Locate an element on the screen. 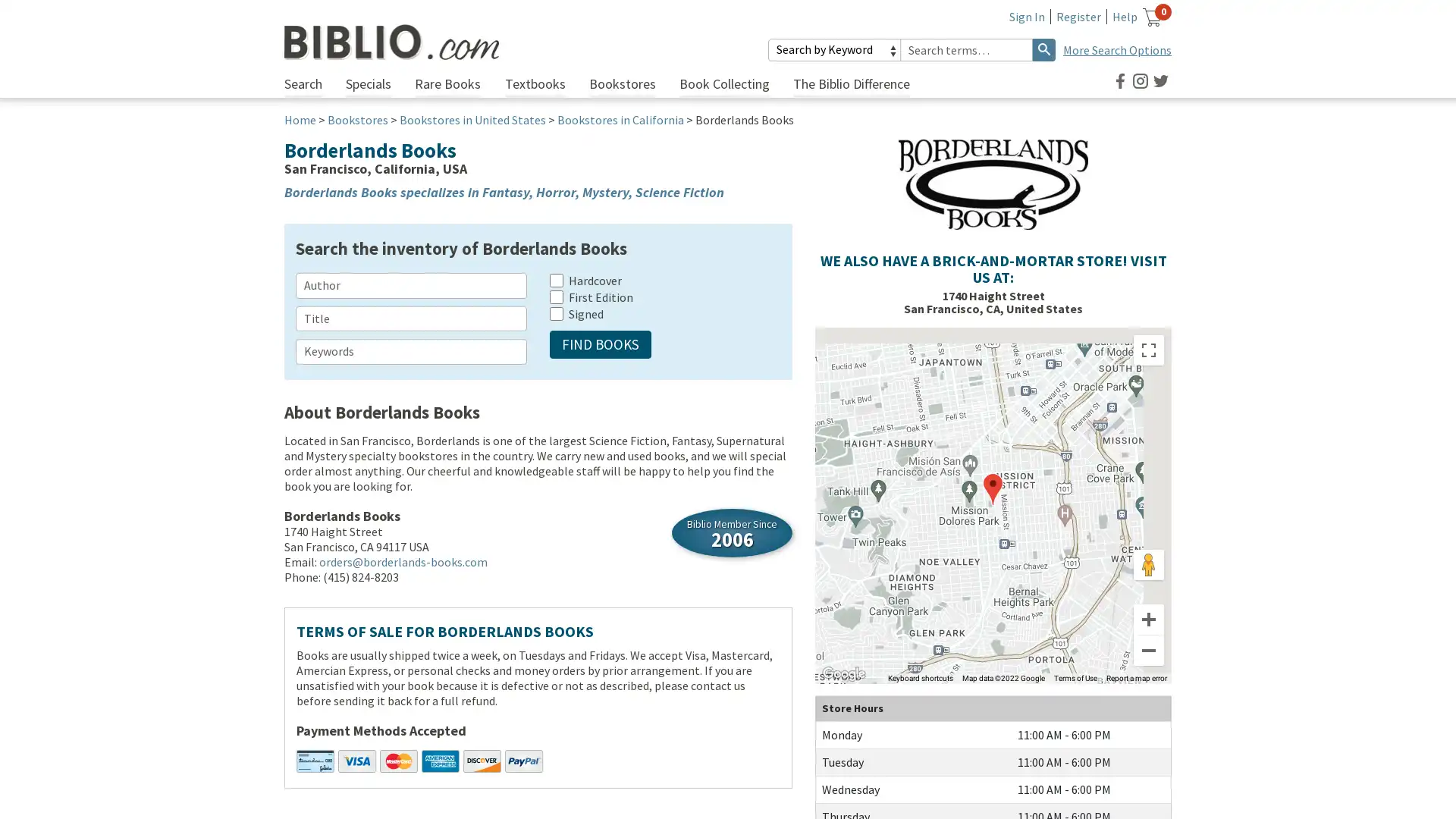 The height and width of the screenshot is (819, 1456). FIND BOOKS is located at coordinates (600, 344).